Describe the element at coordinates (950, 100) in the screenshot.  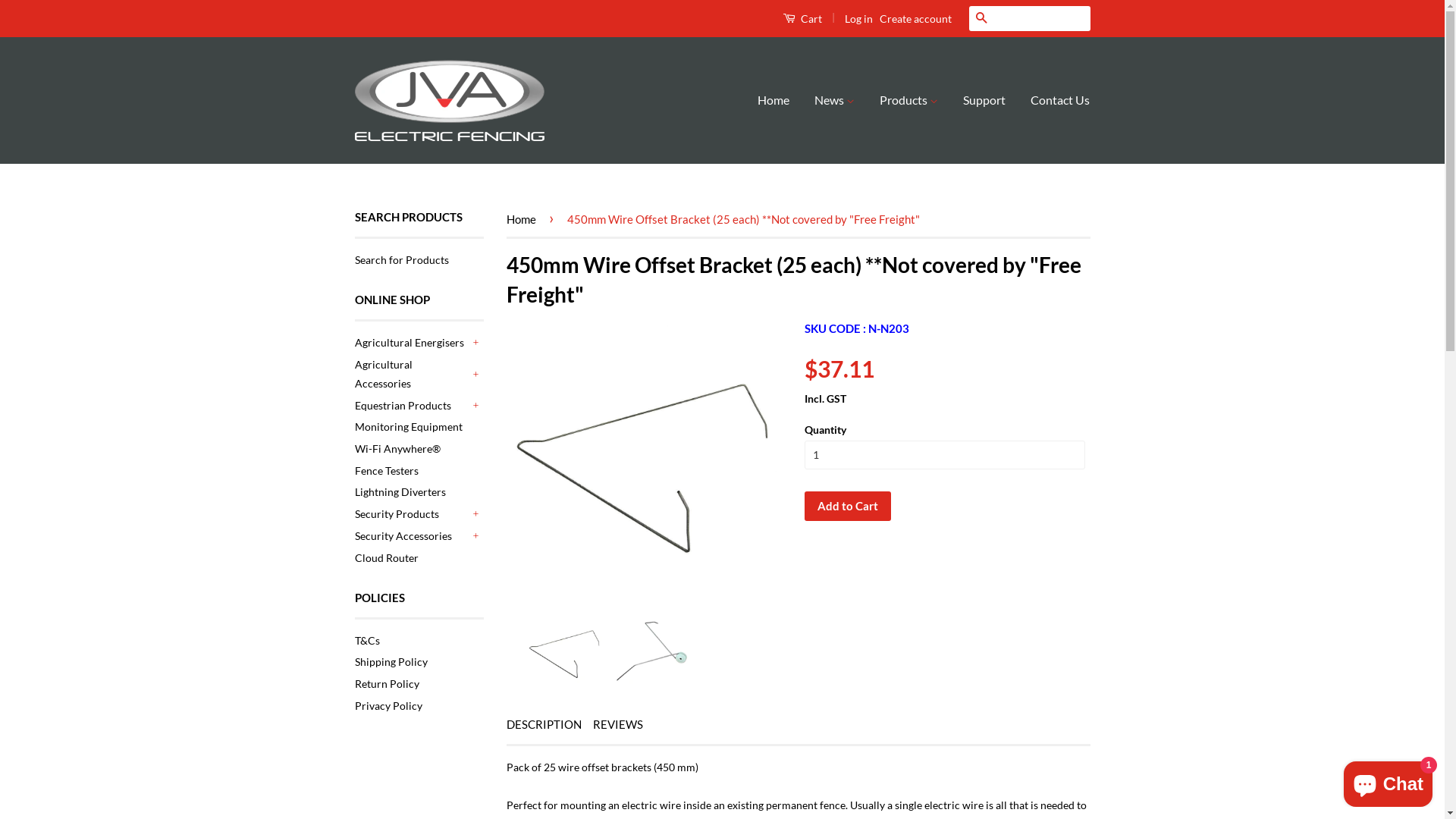
I see `'Support'` at that location.